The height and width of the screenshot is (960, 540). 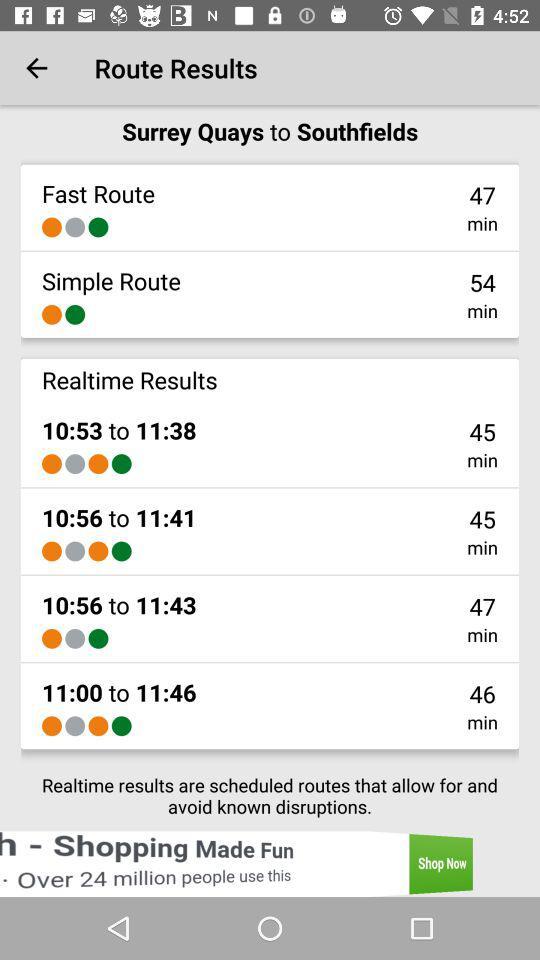 What do you see at coordinates (74, 725) in the screenshot?
I see `icon below 11 00 to` at bounding box center [74, 725].